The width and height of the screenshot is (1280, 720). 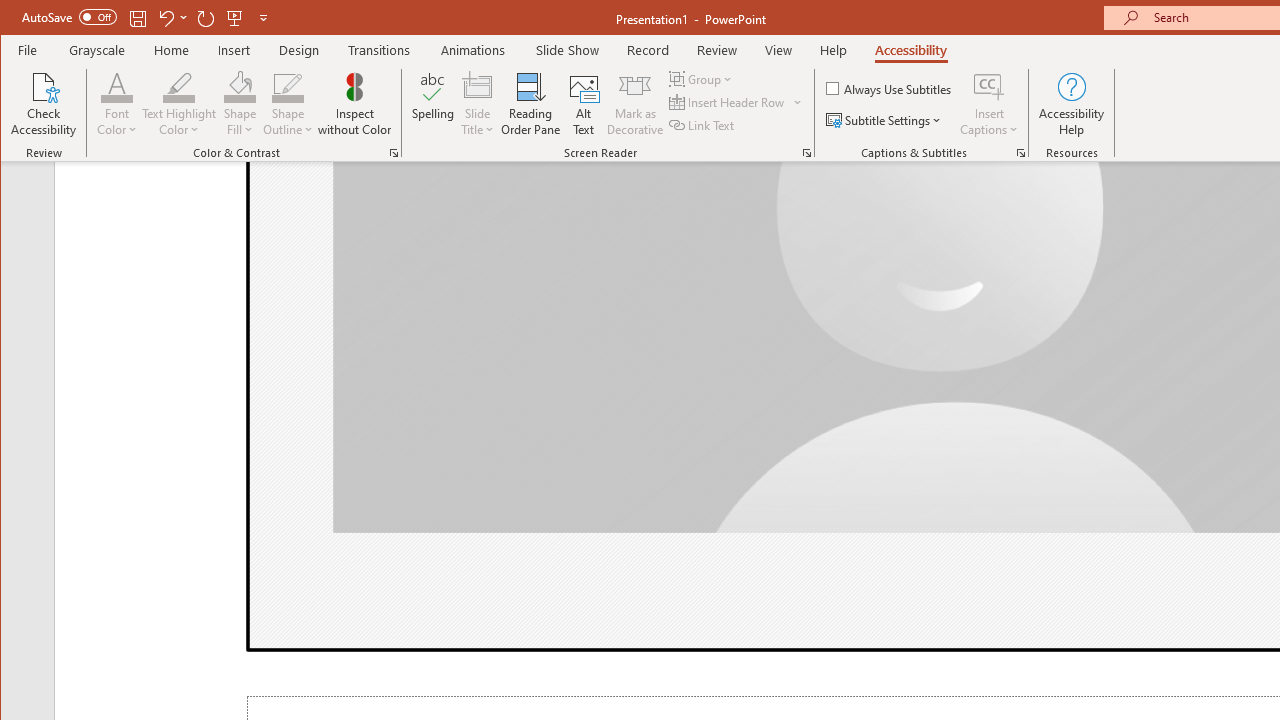 I want to click on 'Spelling...', so click(x=432, y=104).